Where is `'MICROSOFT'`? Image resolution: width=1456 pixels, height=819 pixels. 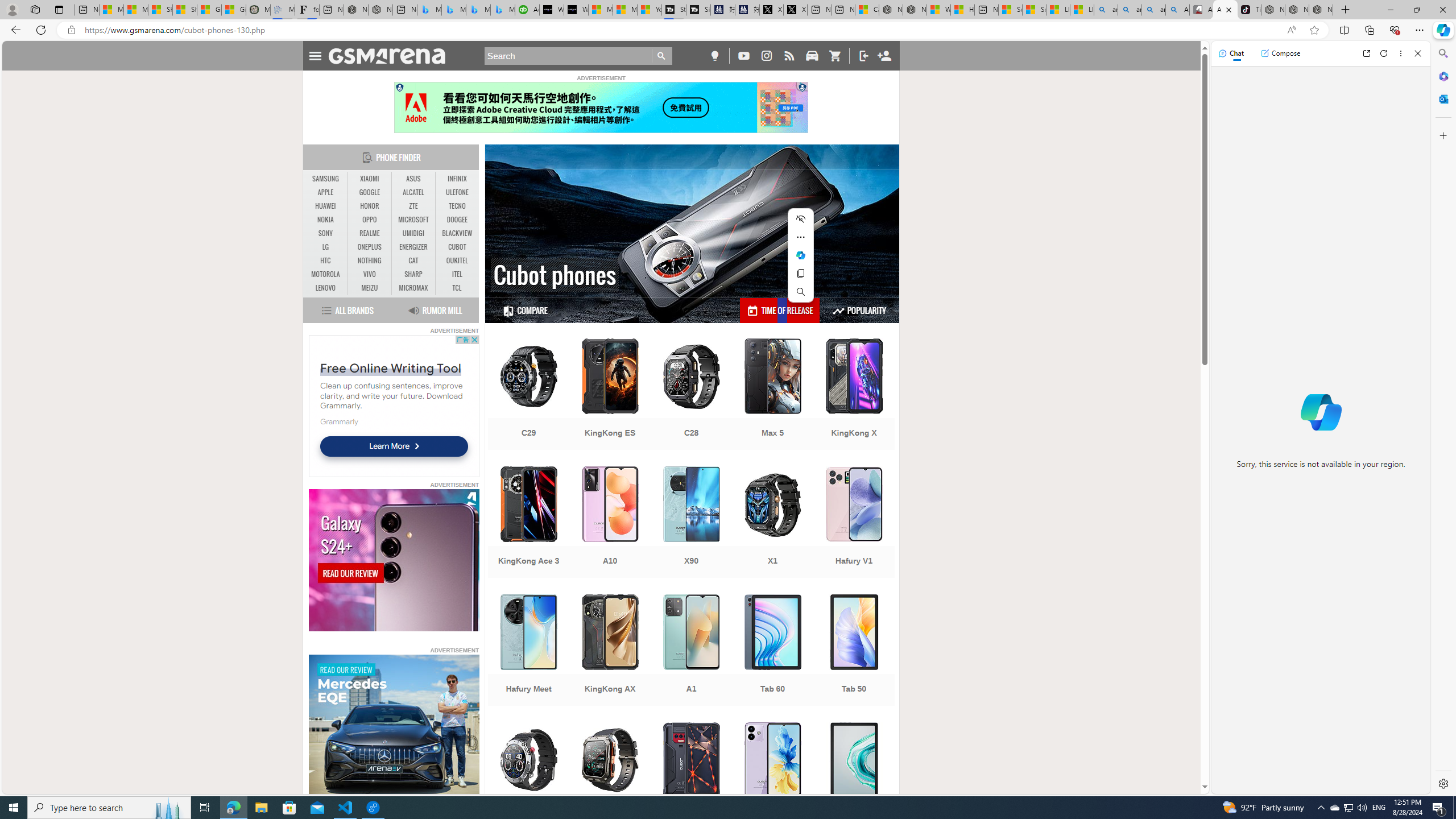
'MICROSOFT' is located at coordinates (413, 220).